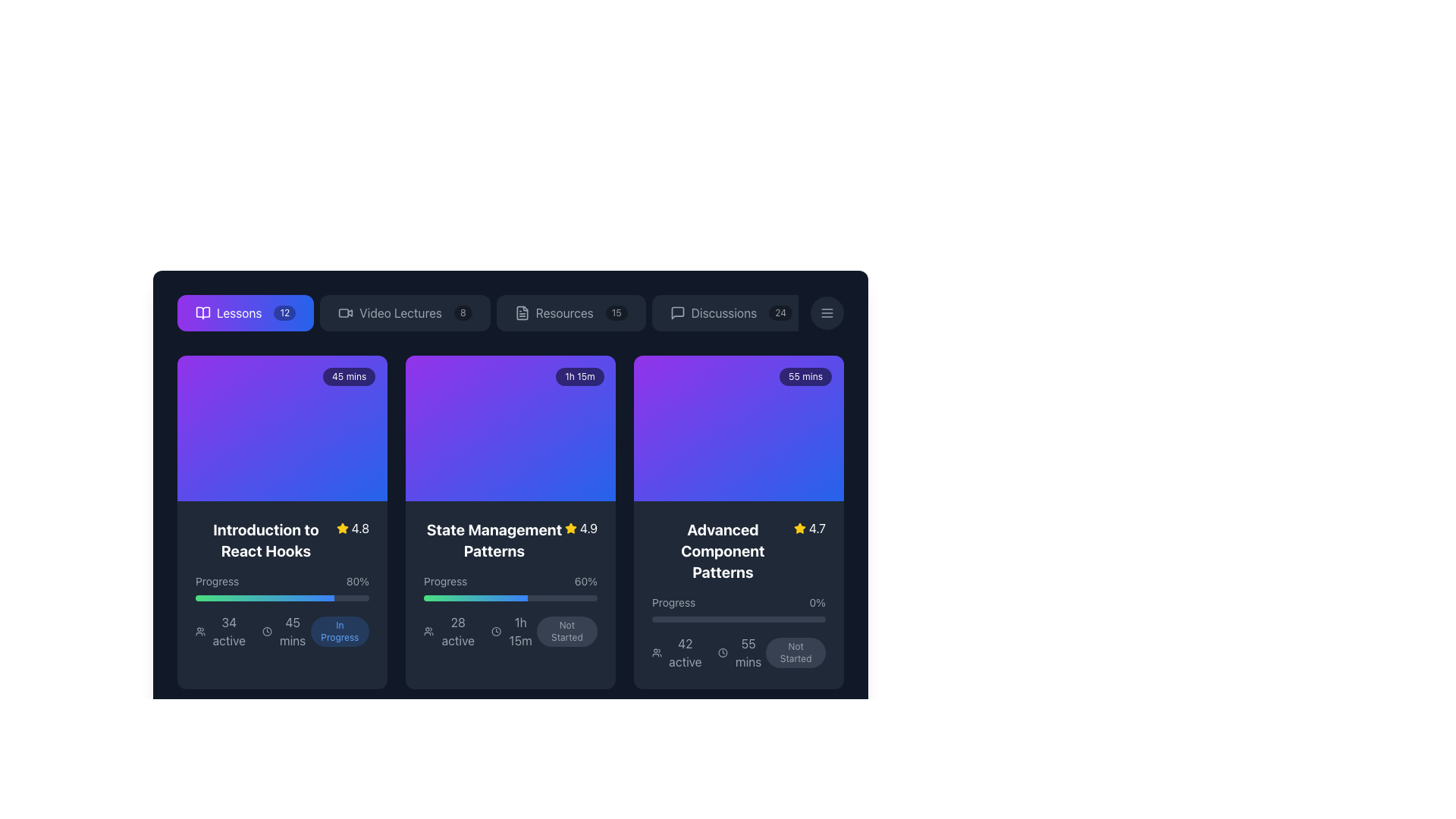 The height and width of the screenshot is (819, 1456). I want to click on the text label displaying '28 active' located in the middle card of the horizontally displayed list, positioned below the progress bar, so click(457, 632).